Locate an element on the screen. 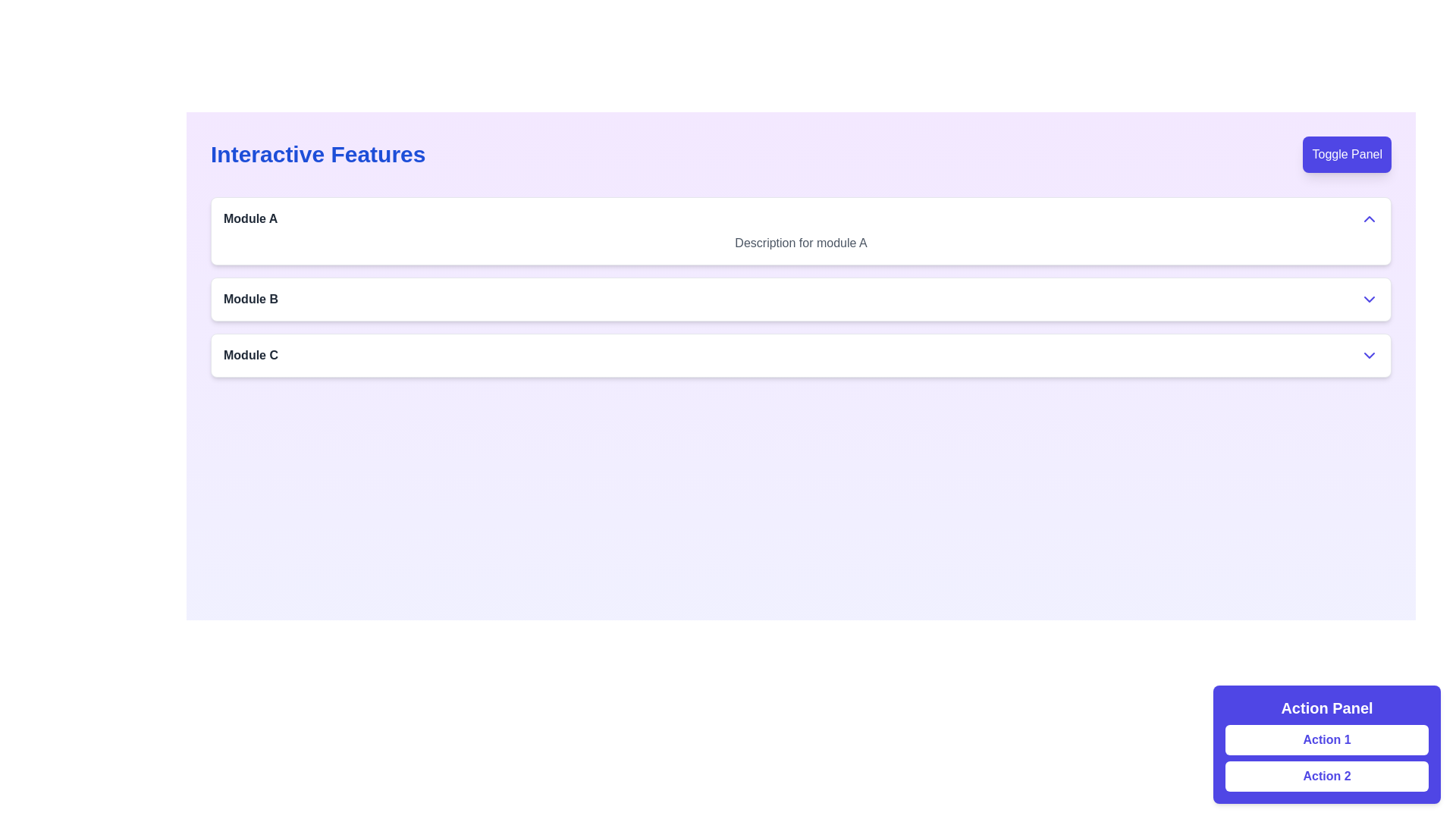  the caret on the 'Module C' button is located at coordinates (800, 356).